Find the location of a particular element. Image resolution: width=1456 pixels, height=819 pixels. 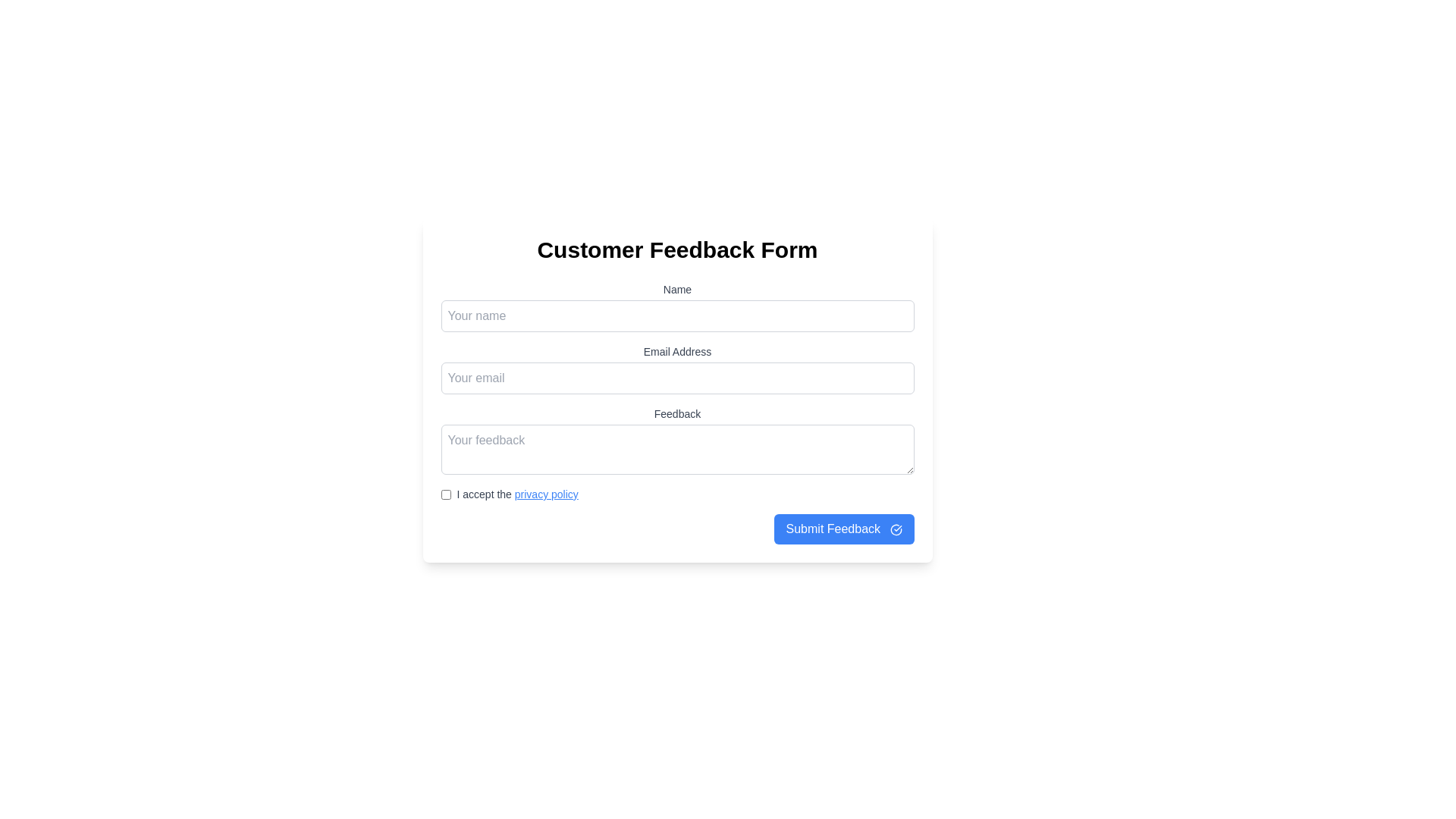

the textual hyperlink styled with a blue font and underlined that contains the text 'privacy policy' is located at coordinates (546, 494).